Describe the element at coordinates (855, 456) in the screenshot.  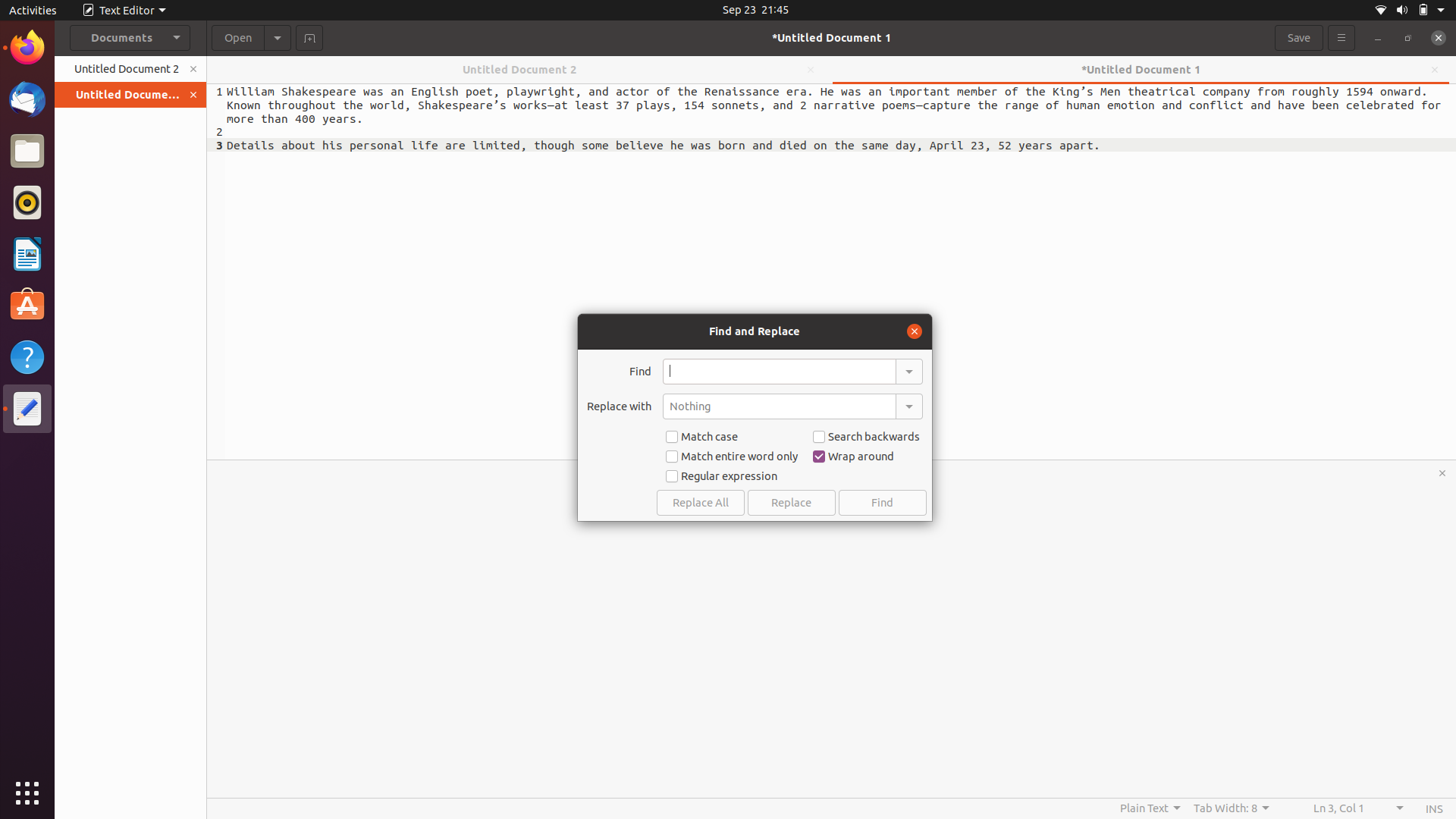
I see `Remove the checked box - wrap around on the find replace bar` at that location.